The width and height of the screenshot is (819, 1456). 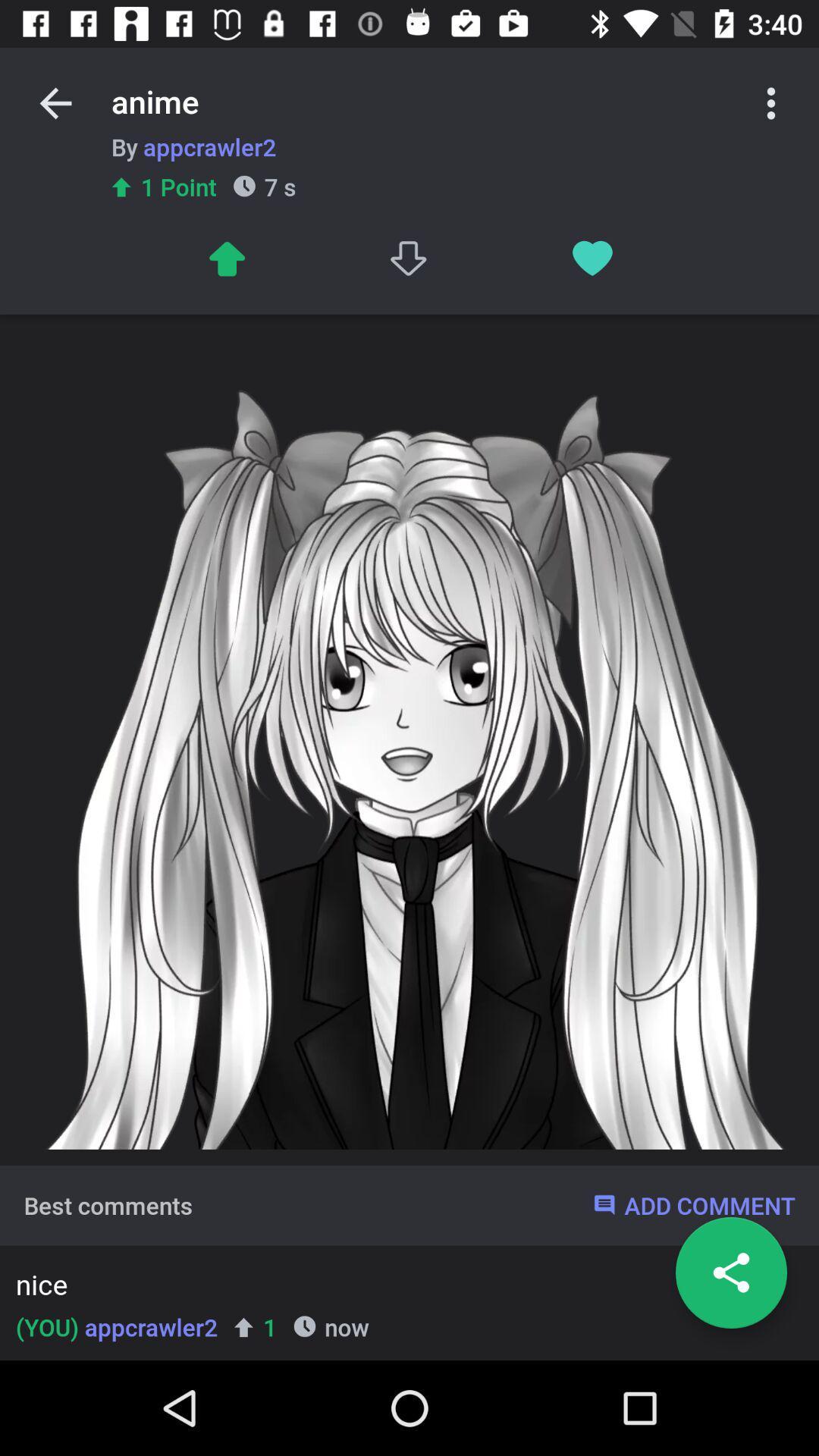 What do you see at coordinates (226, 259) in the screenshot?
I see `to up arrow` at bounding box center [226, 259].